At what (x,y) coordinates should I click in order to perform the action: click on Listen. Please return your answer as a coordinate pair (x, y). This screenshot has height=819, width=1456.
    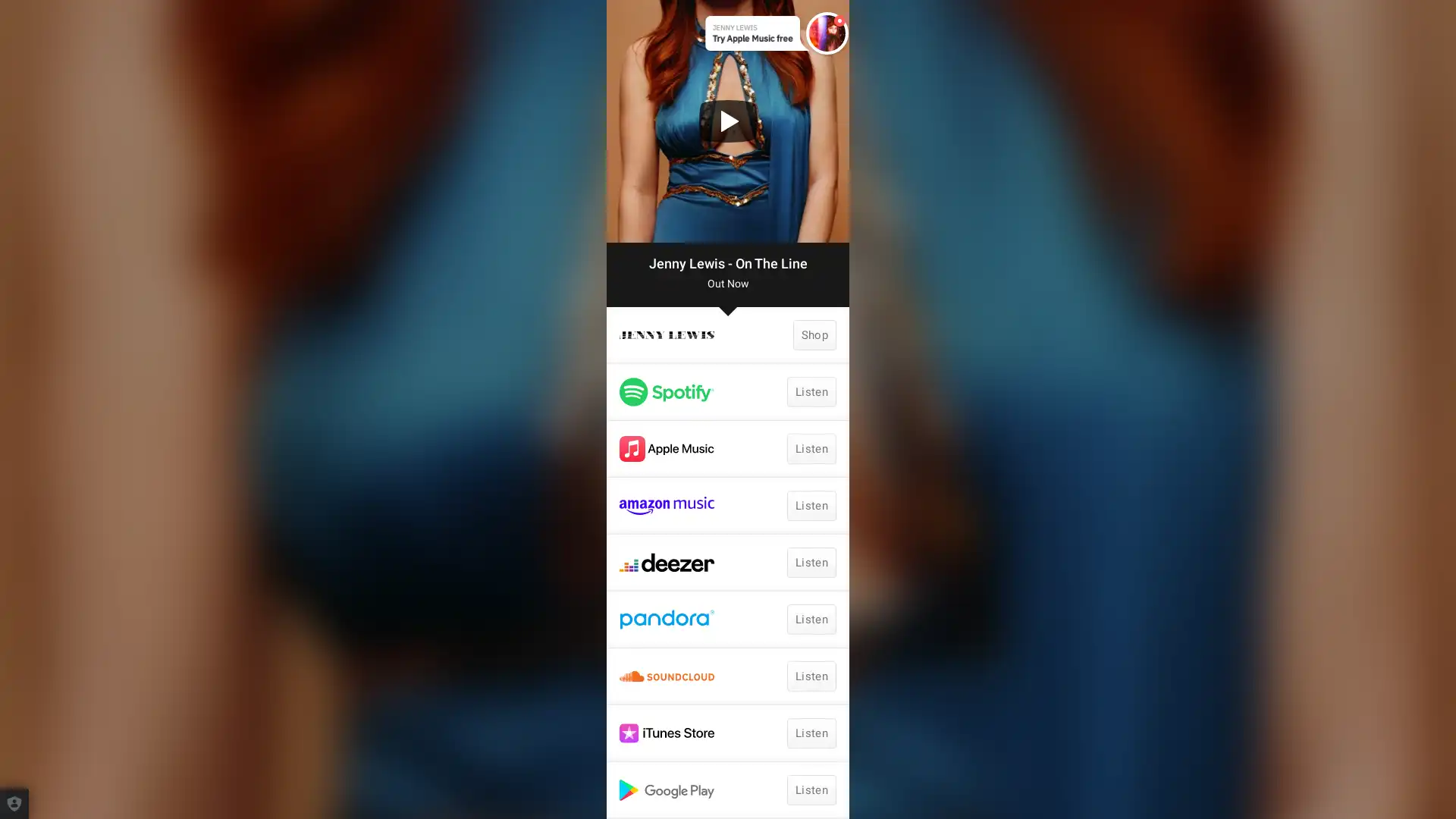
    Looking at the image, I should click on (811, 675).